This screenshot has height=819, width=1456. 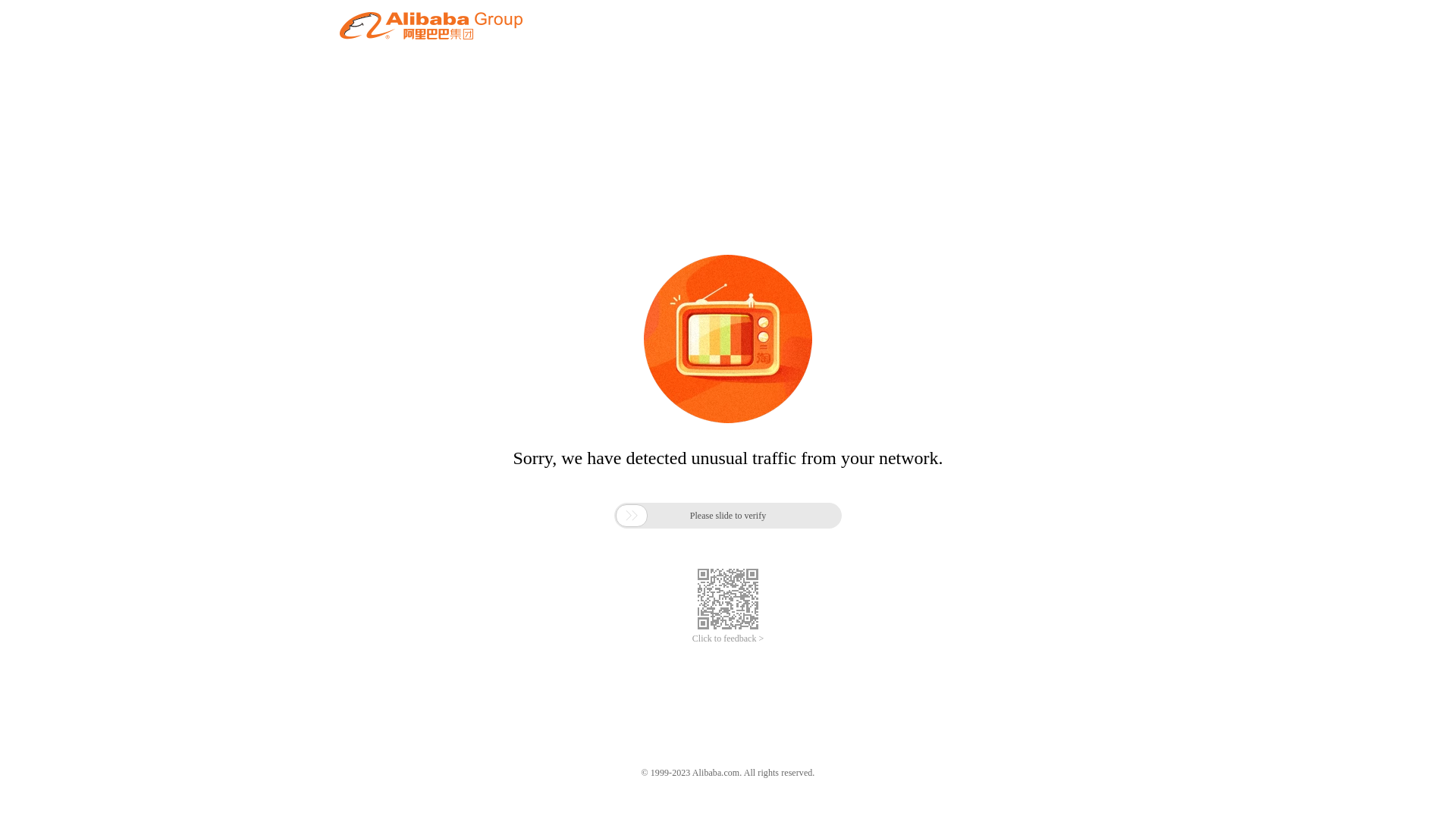 What do you see at coordinates (728, 639) in the screenshot?
I see `'Click to feedback >'` at bounding box center [728, 639].